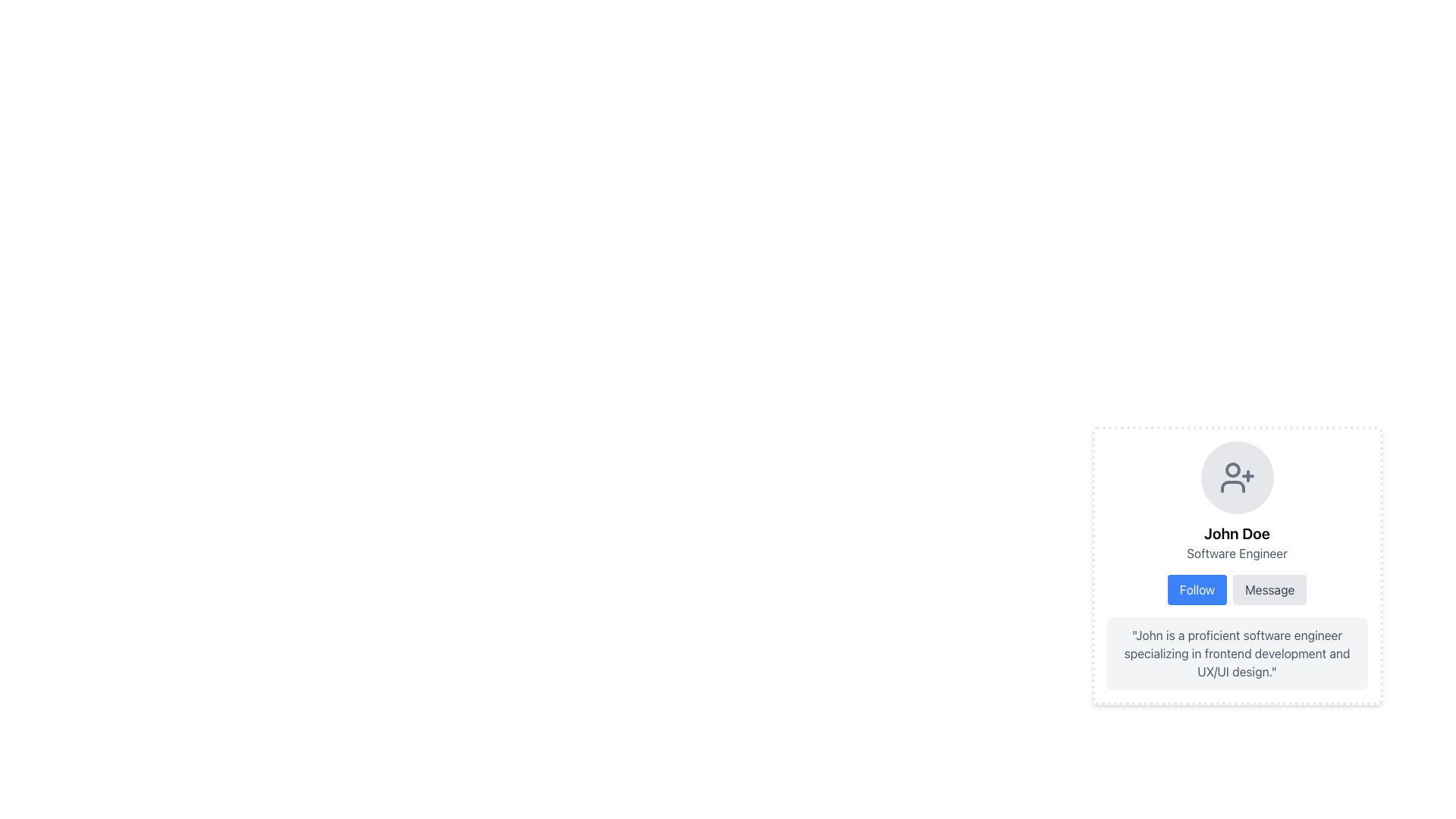 The image size is (1456, 819). What do you see at coordinates (1237, 533) in the screenshot?
I see `the text label displaying 'John Doe', which is a prominent heading in the profile card layout, located below an icon and above the text 'Software Engineer'` at bounding box center [1237, 533].